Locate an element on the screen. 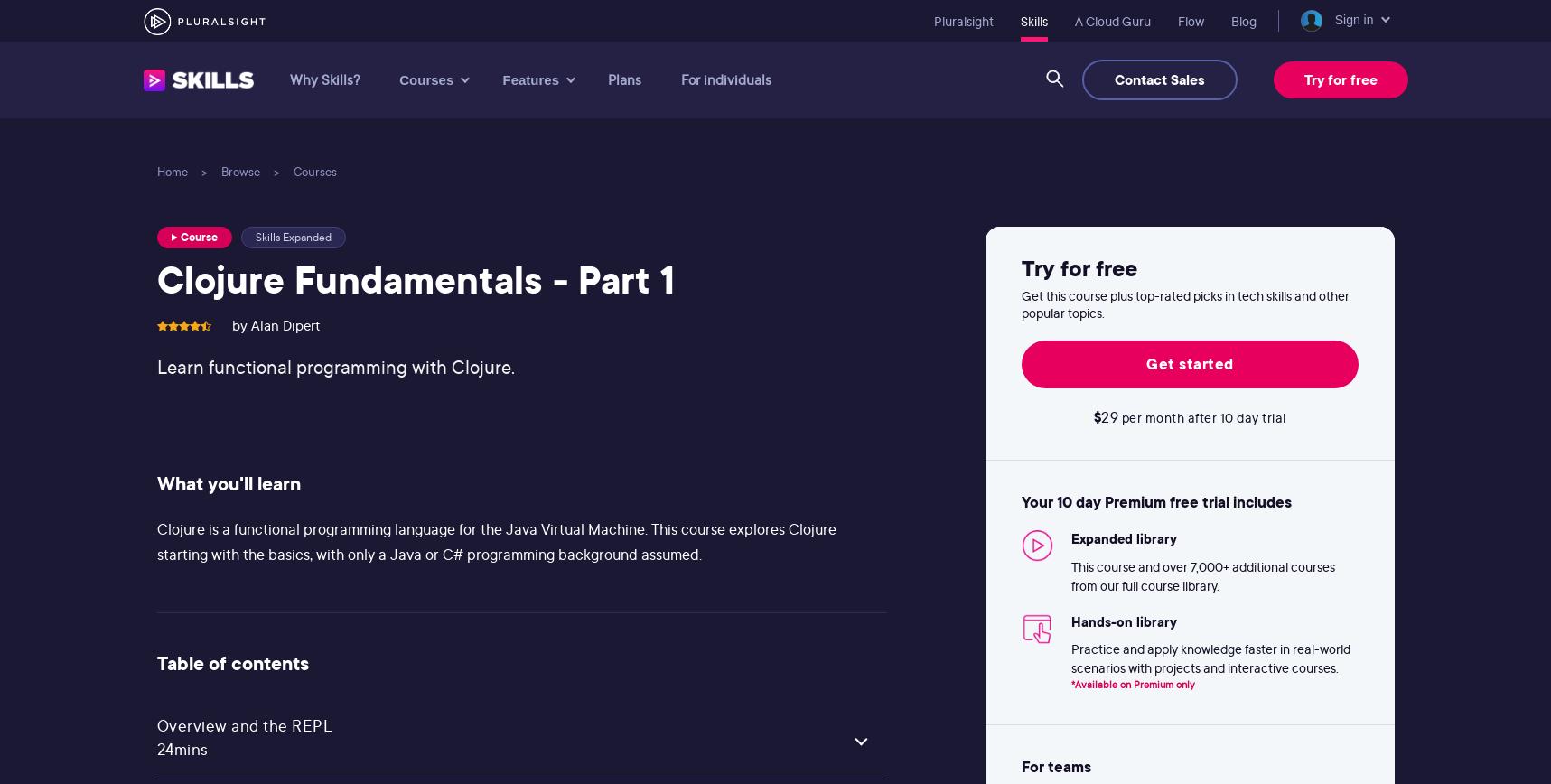 The height and width of the screenshot is (784, 1551). 'Table of contents' is located at coordinates (231, 663).